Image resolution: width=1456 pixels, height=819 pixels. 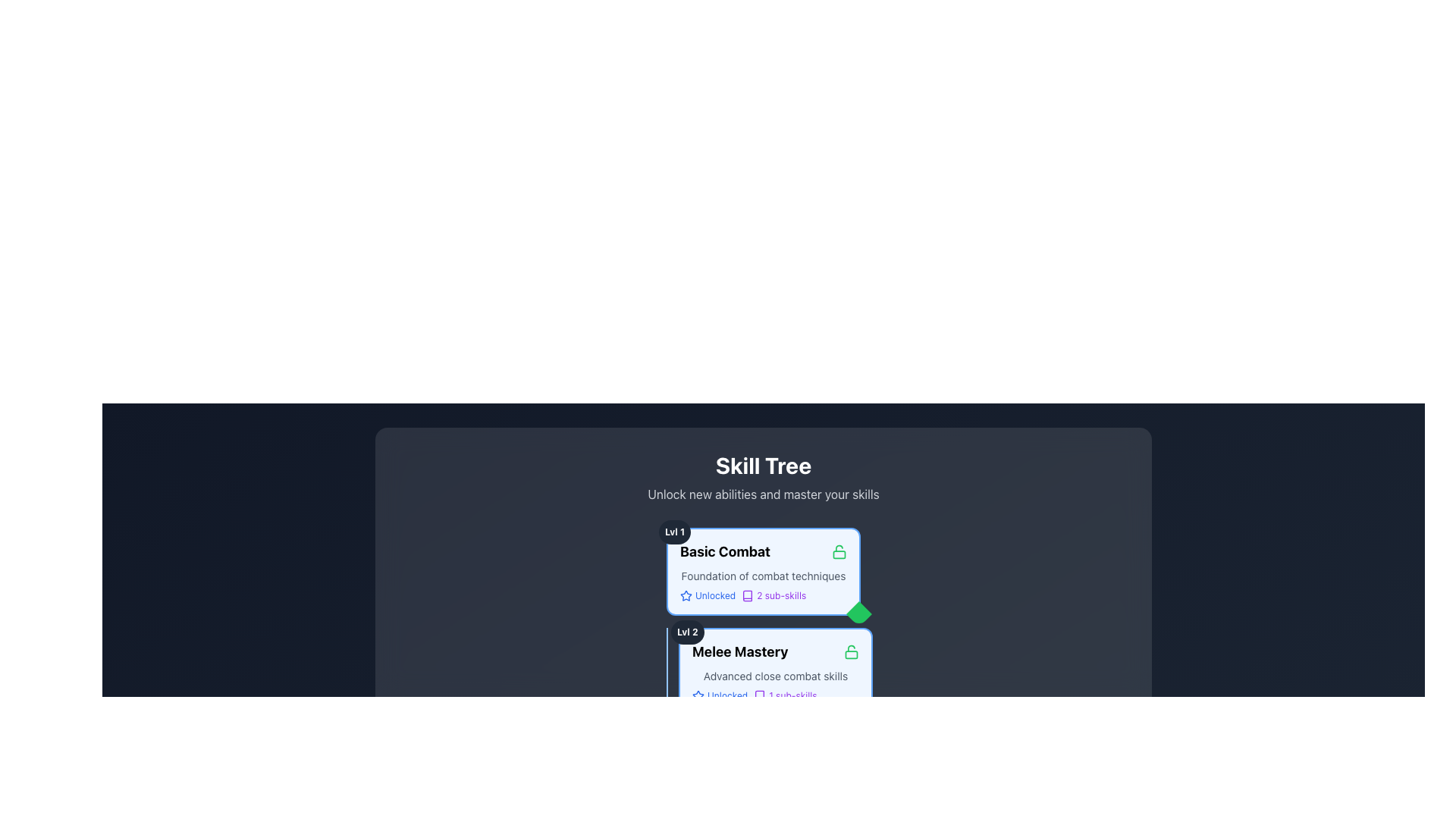 I want to click on the Text label indicating the number of sub-skills associated with the 'Melee Mastery' skill, which is positioned directly below the 'Unlocked' status in the 'Melee Mastery' card, so click(x=785, y=696).